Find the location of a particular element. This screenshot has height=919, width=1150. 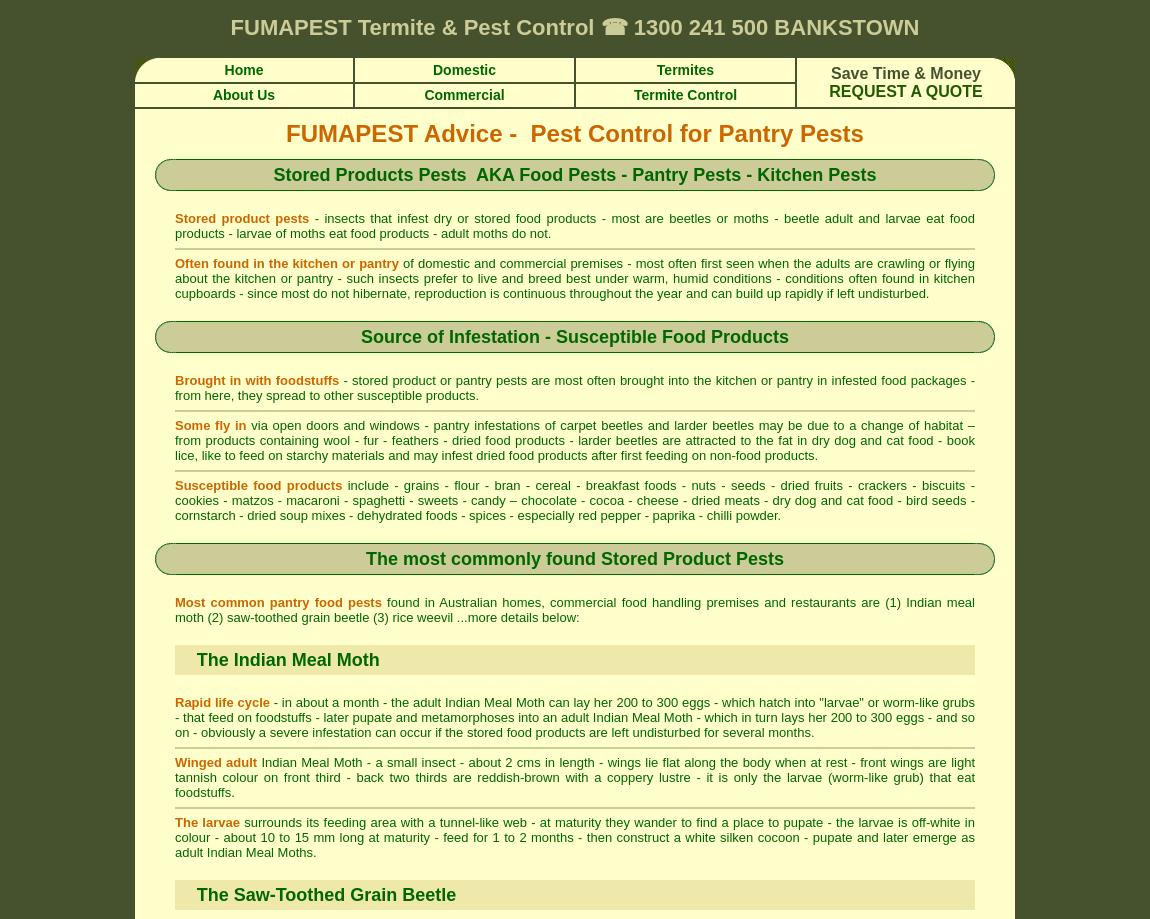

'About Us' is located at coordinates (242, 94).